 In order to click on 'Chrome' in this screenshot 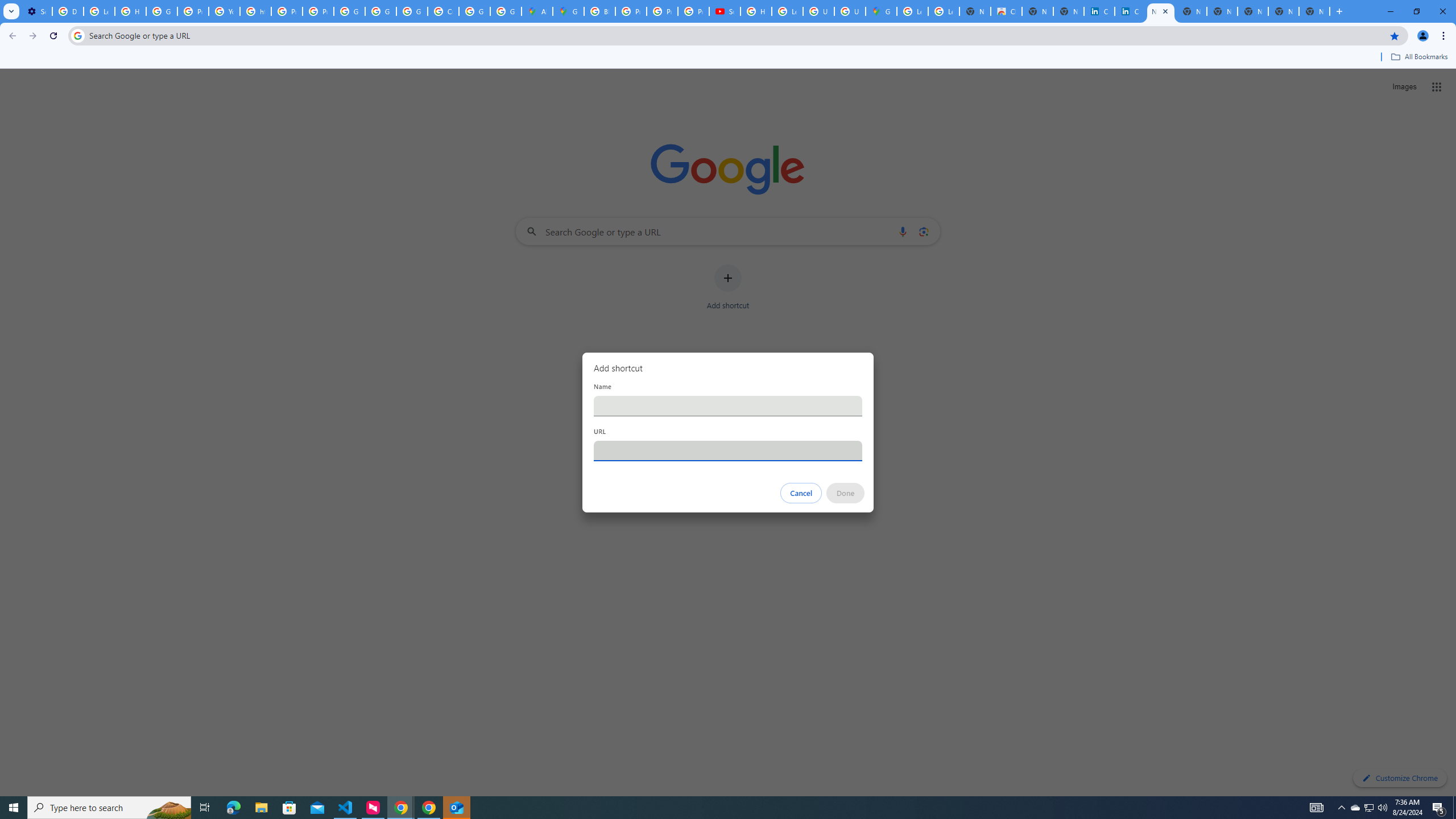, I will do `click(1444, 35)`.